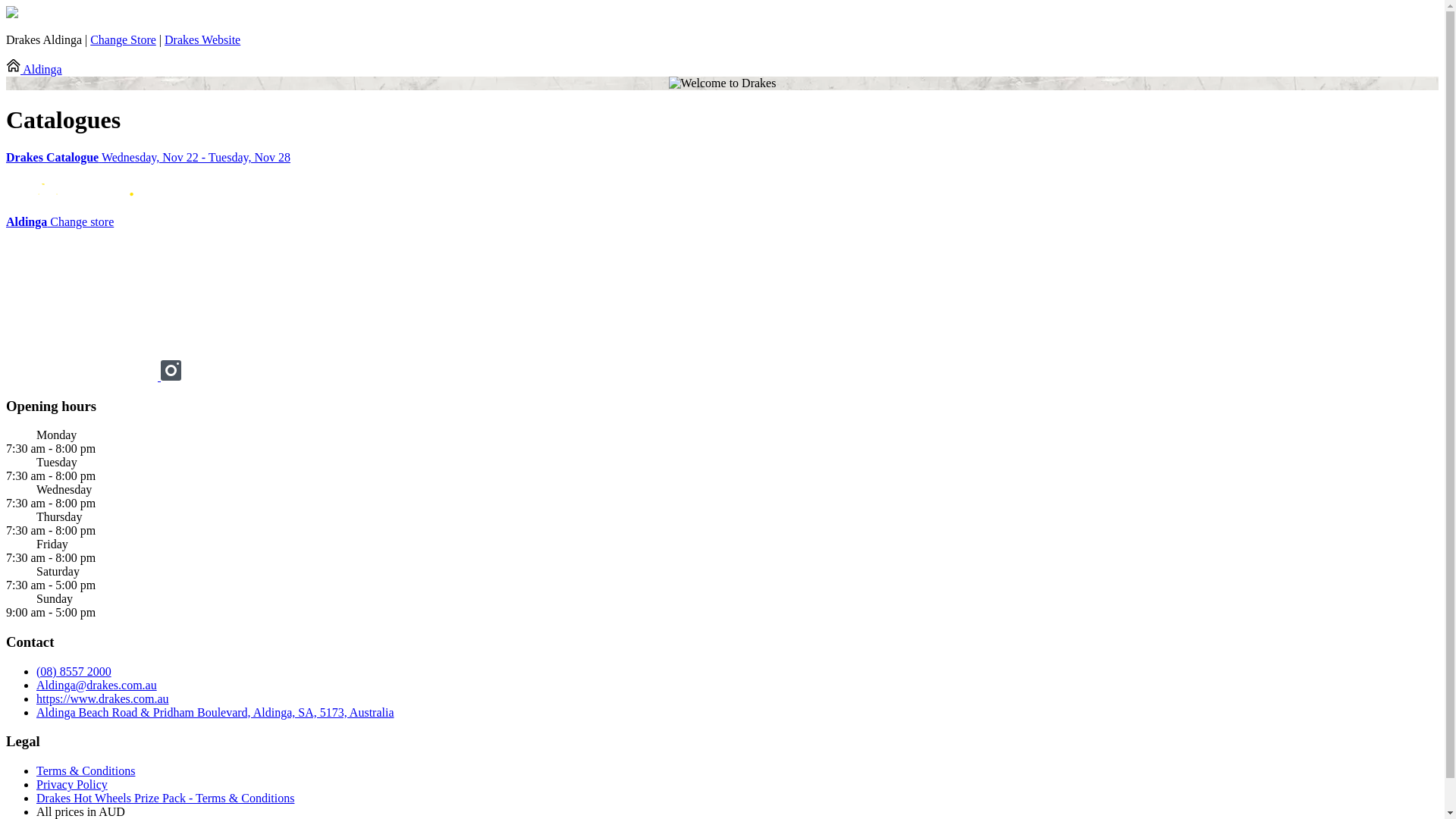  What do you see at coordinates (202, 39) in the screenshot?
I see `'Drakes Website'` at bounding box center [202, 39].